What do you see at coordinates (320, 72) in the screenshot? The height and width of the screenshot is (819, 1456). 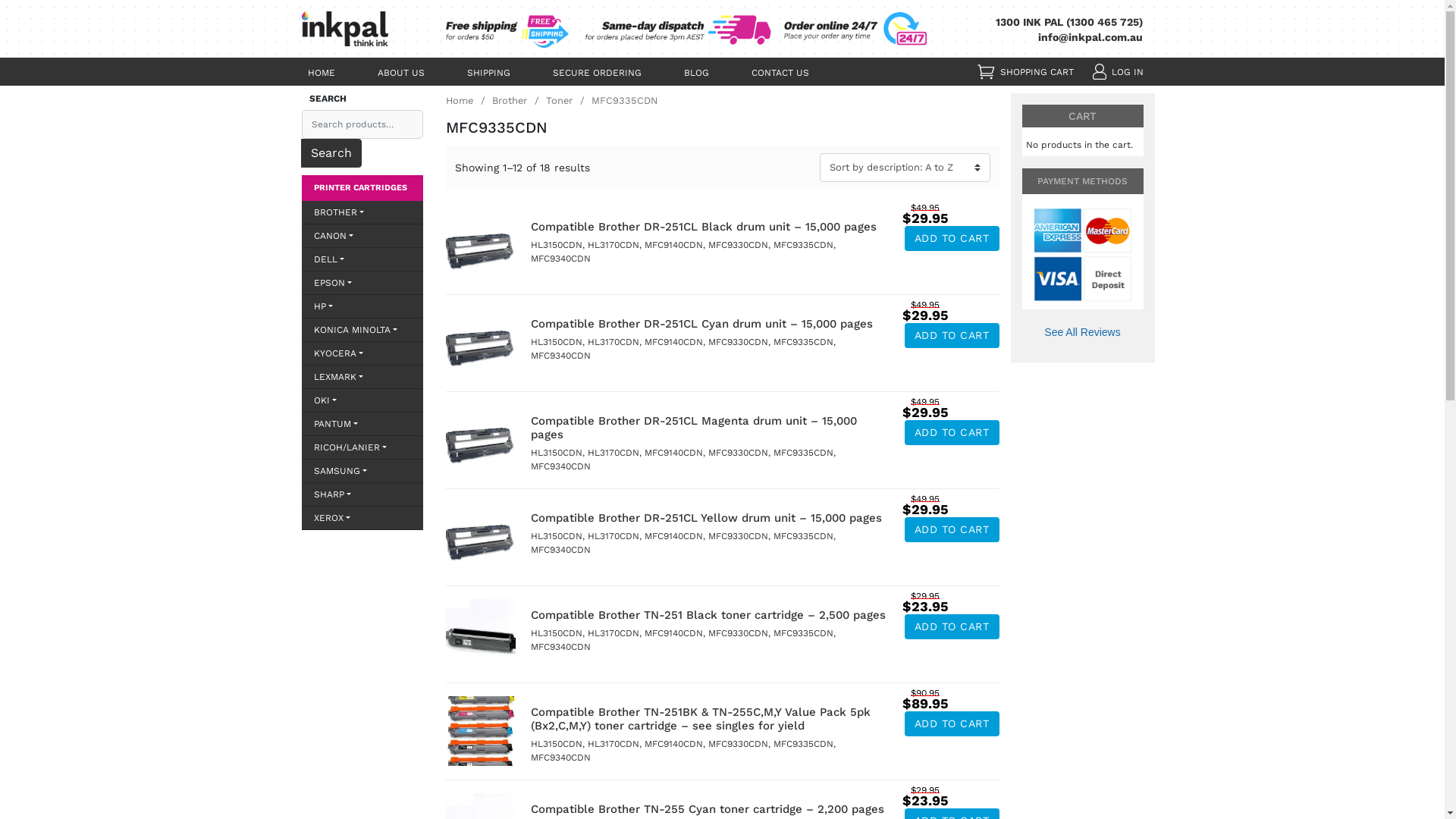 I see `'HOME'` at bounding box center [320, 72].